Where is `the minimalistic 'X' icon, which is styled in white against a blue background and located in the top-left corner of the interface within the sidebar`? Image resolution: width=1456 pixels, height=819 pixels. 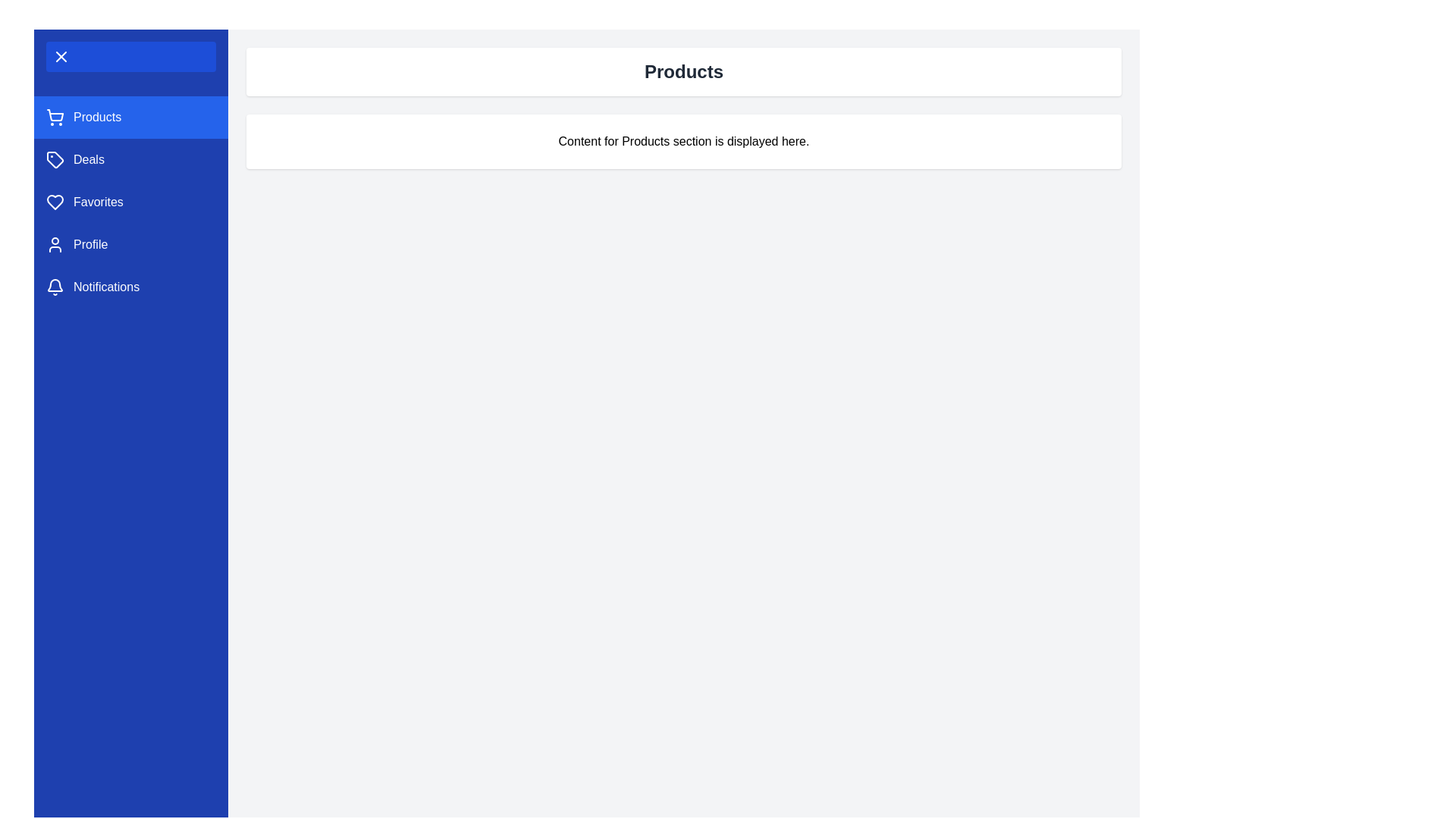 the minimalistic 'X' icon, which is styled in white against a blue background and located in the top-left corner of the interface within the sidebar is located at coordinates (61, 55).